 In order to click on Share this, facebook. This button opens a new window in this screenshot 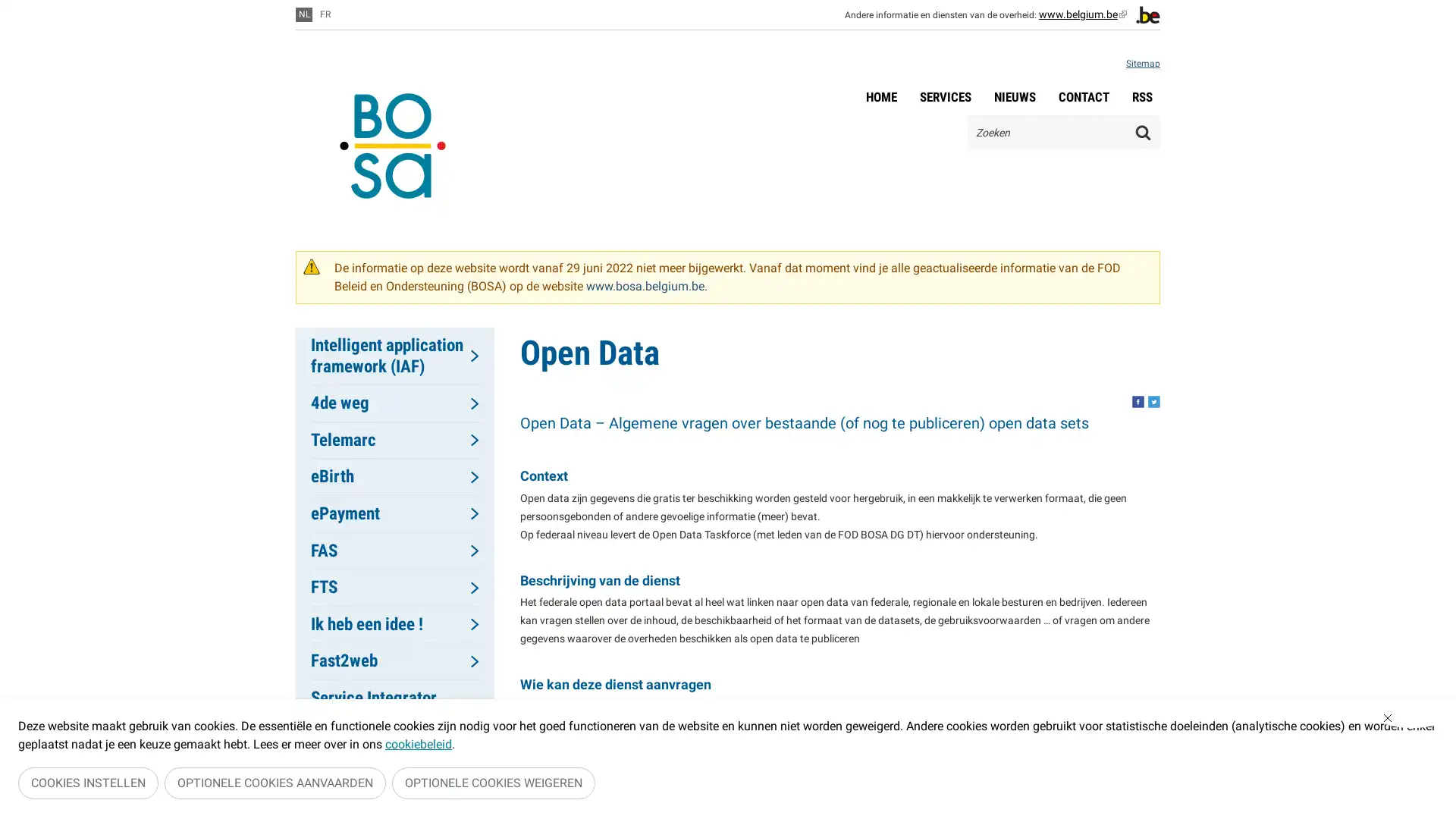, I will do `click(1137, 400)`.